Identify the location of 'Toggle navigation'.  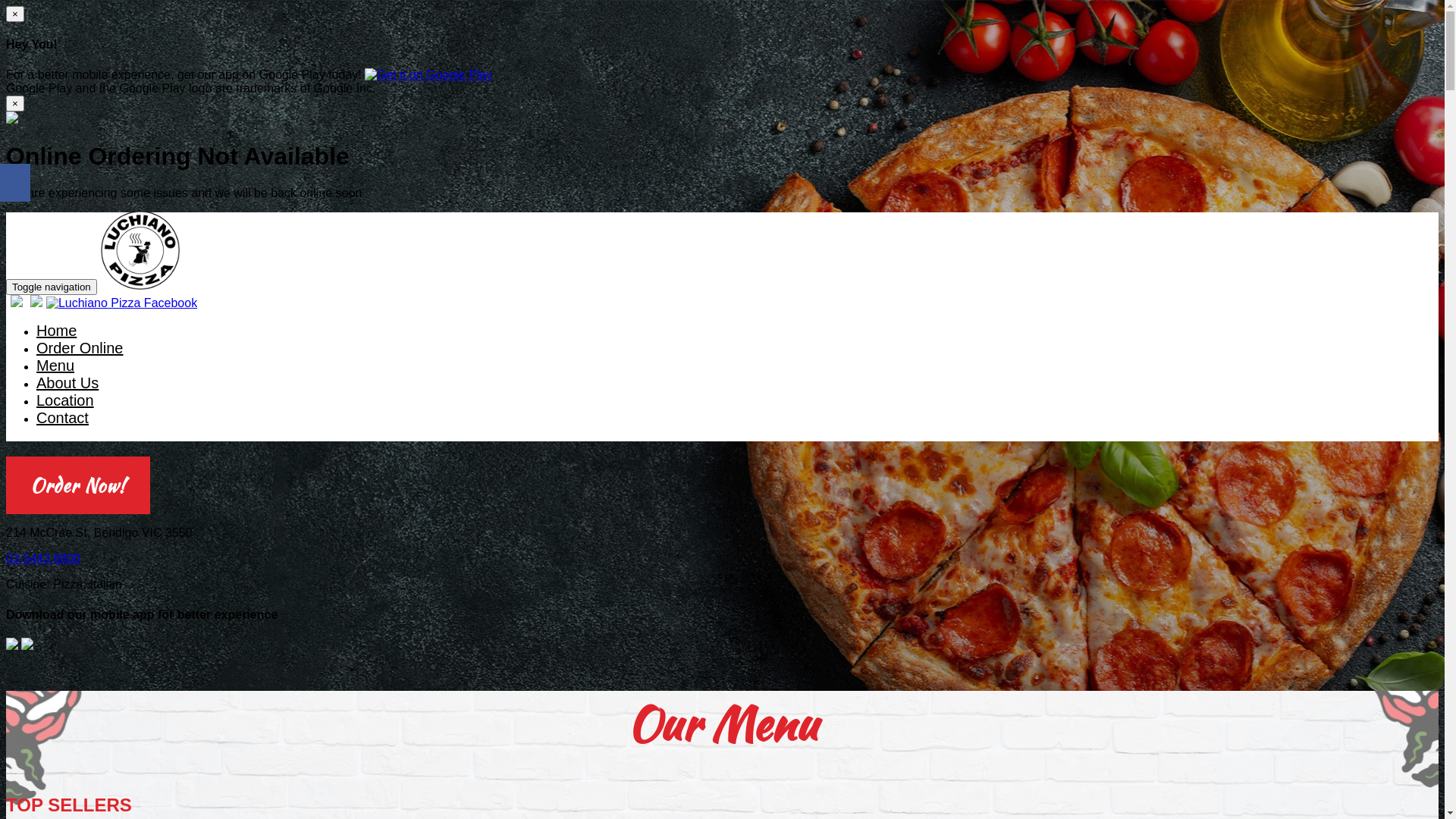
(51, 287).